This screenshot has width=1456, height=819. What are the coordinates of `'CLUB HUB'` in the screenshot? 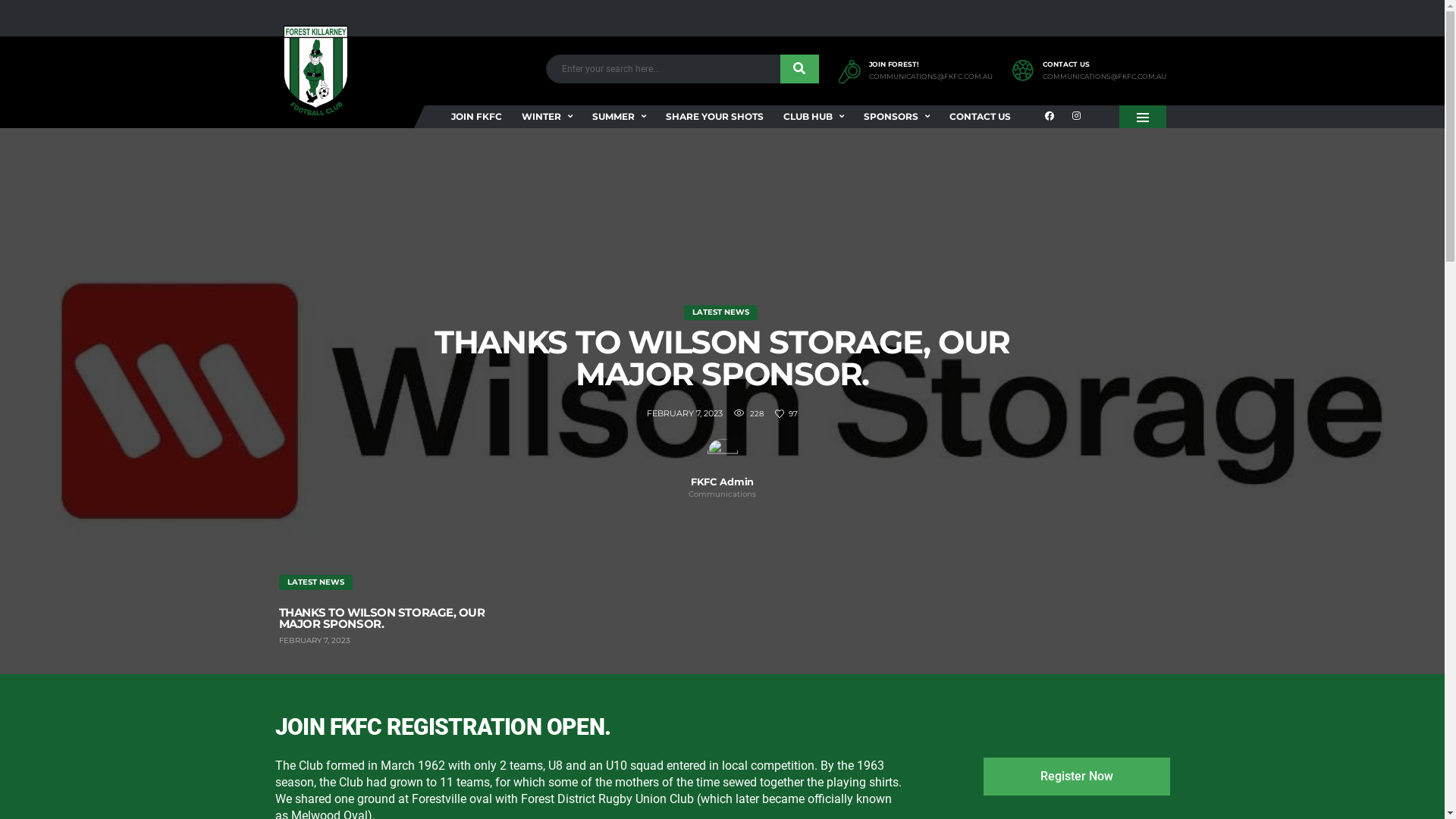 It's located at (813, 116).